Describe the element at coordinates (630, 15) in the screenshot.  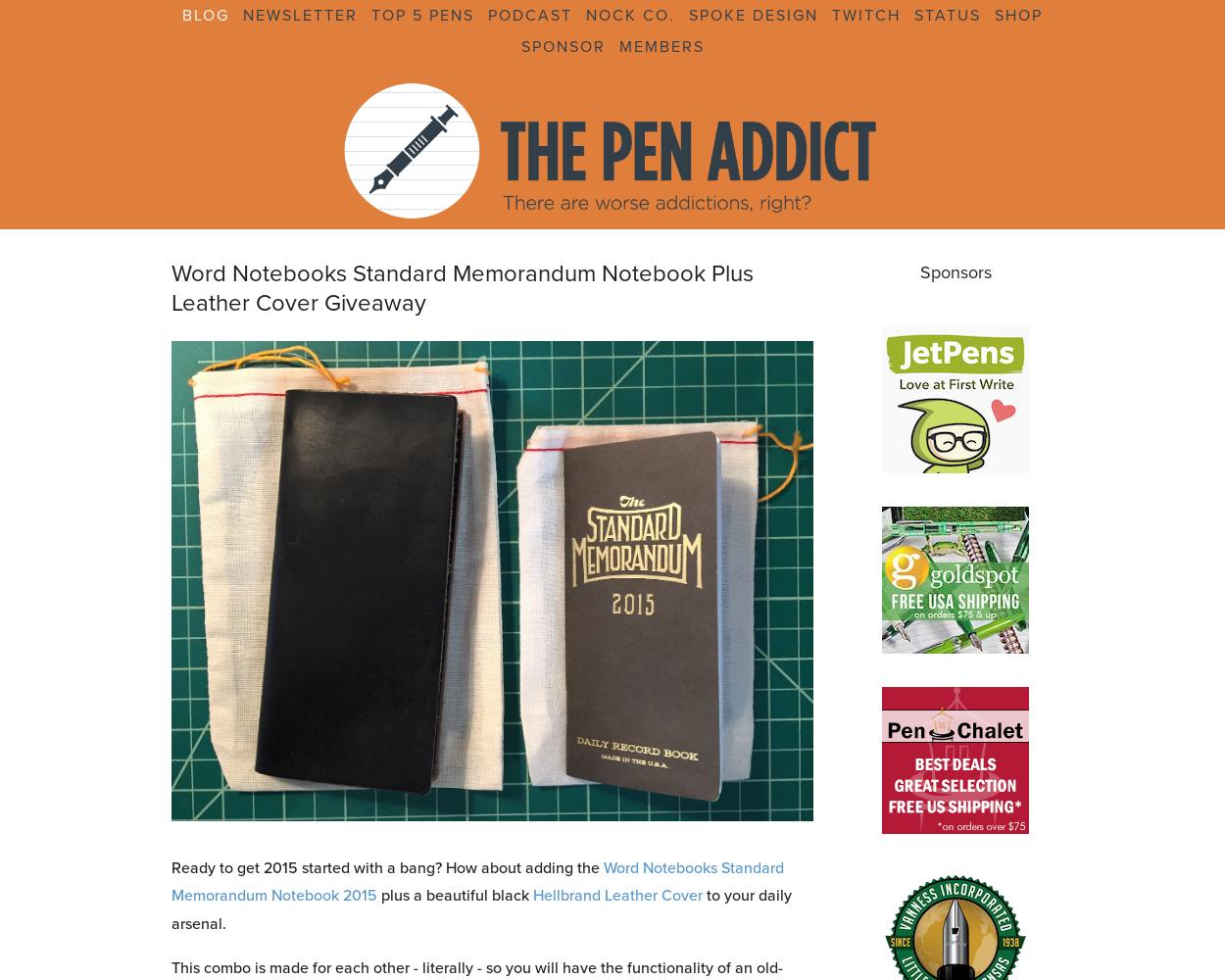
I see `'Nock Co.'` at that location.